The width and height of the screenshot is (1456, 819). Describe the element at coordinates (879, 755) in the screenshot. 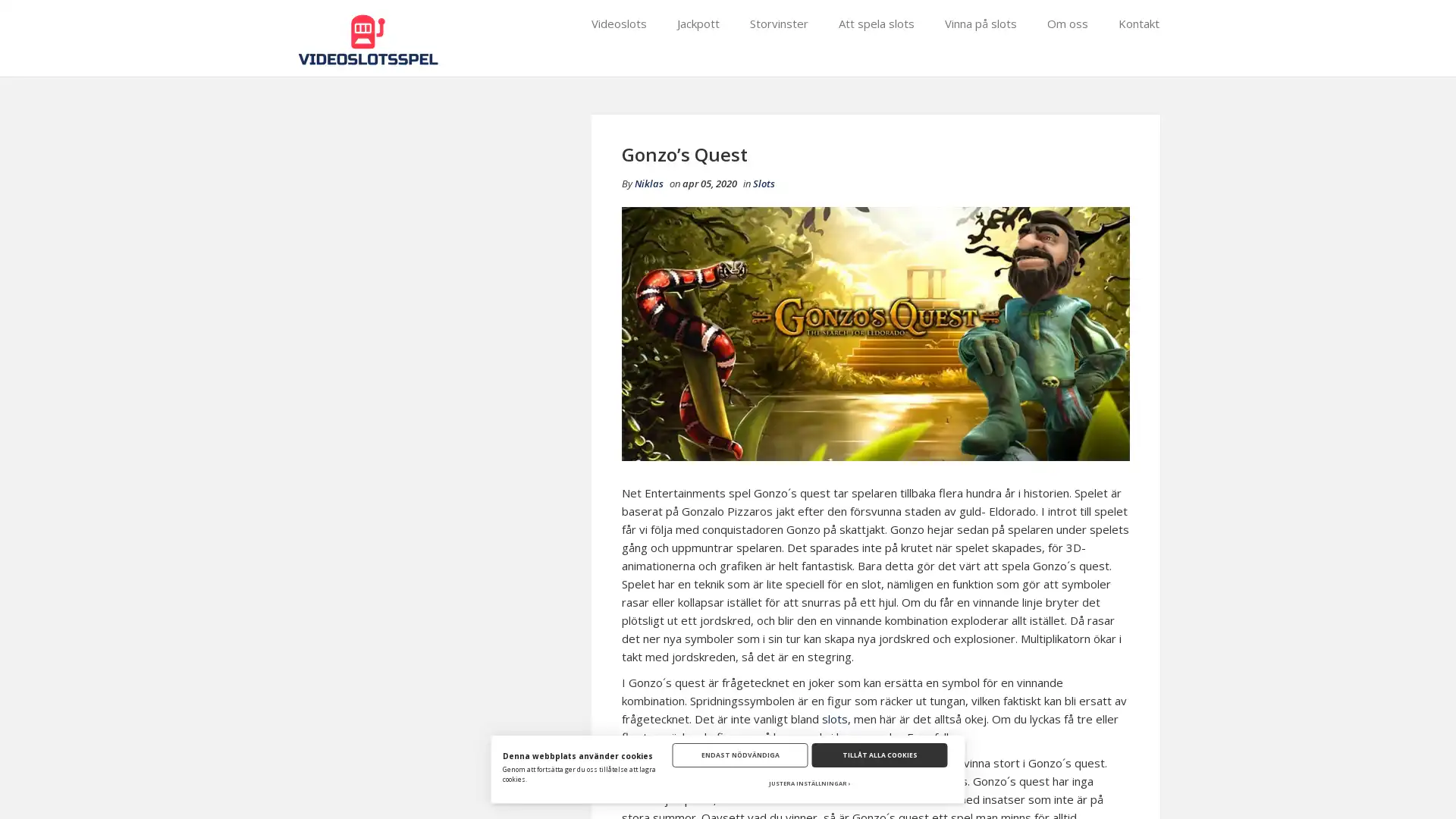

I see `TILLAT ALLA COOKIES` at that location.